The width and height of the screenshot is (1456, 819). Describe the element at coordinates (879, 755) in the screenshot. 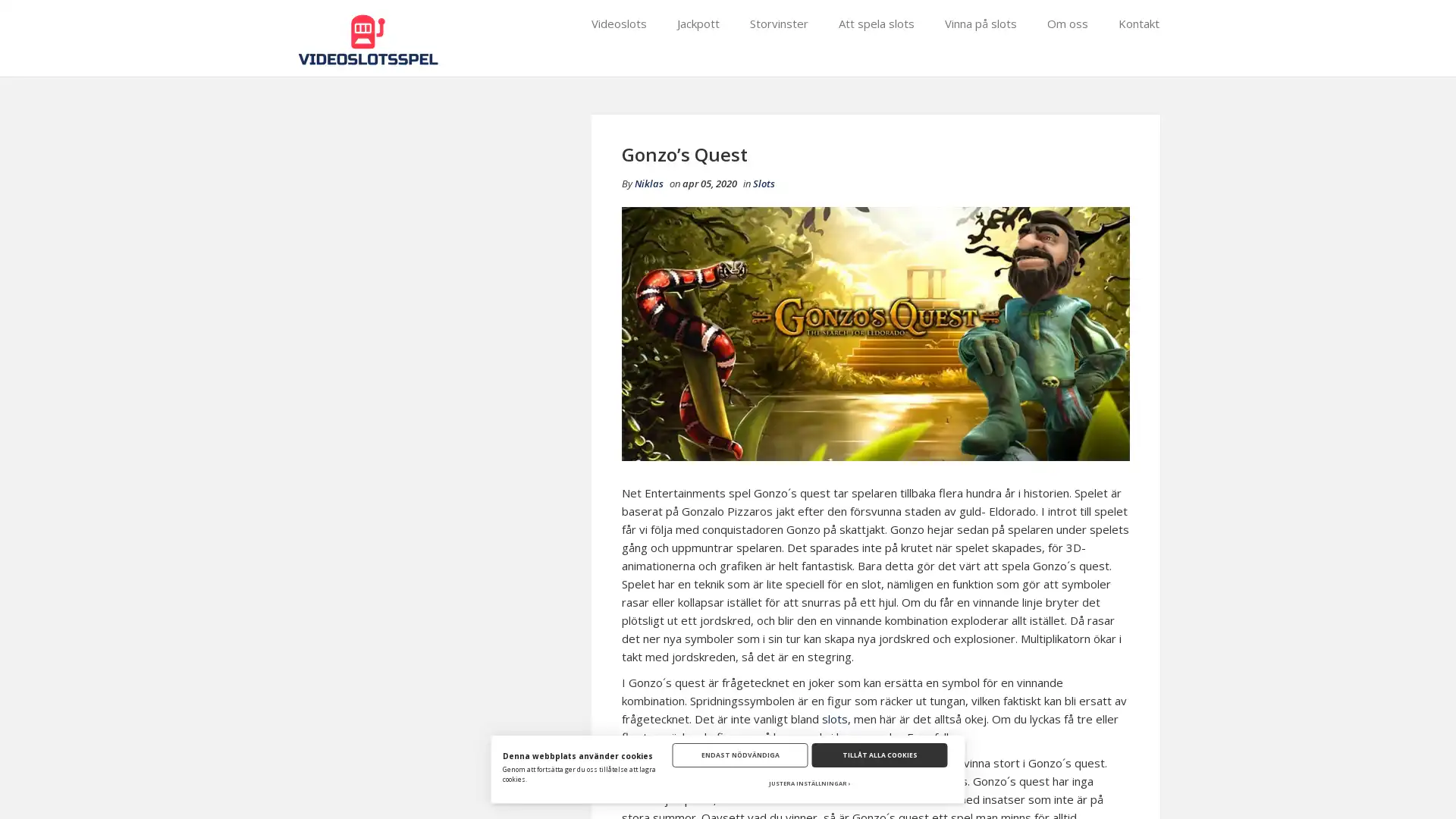

I see `TILLAT ALLA COOKIES` at that location.